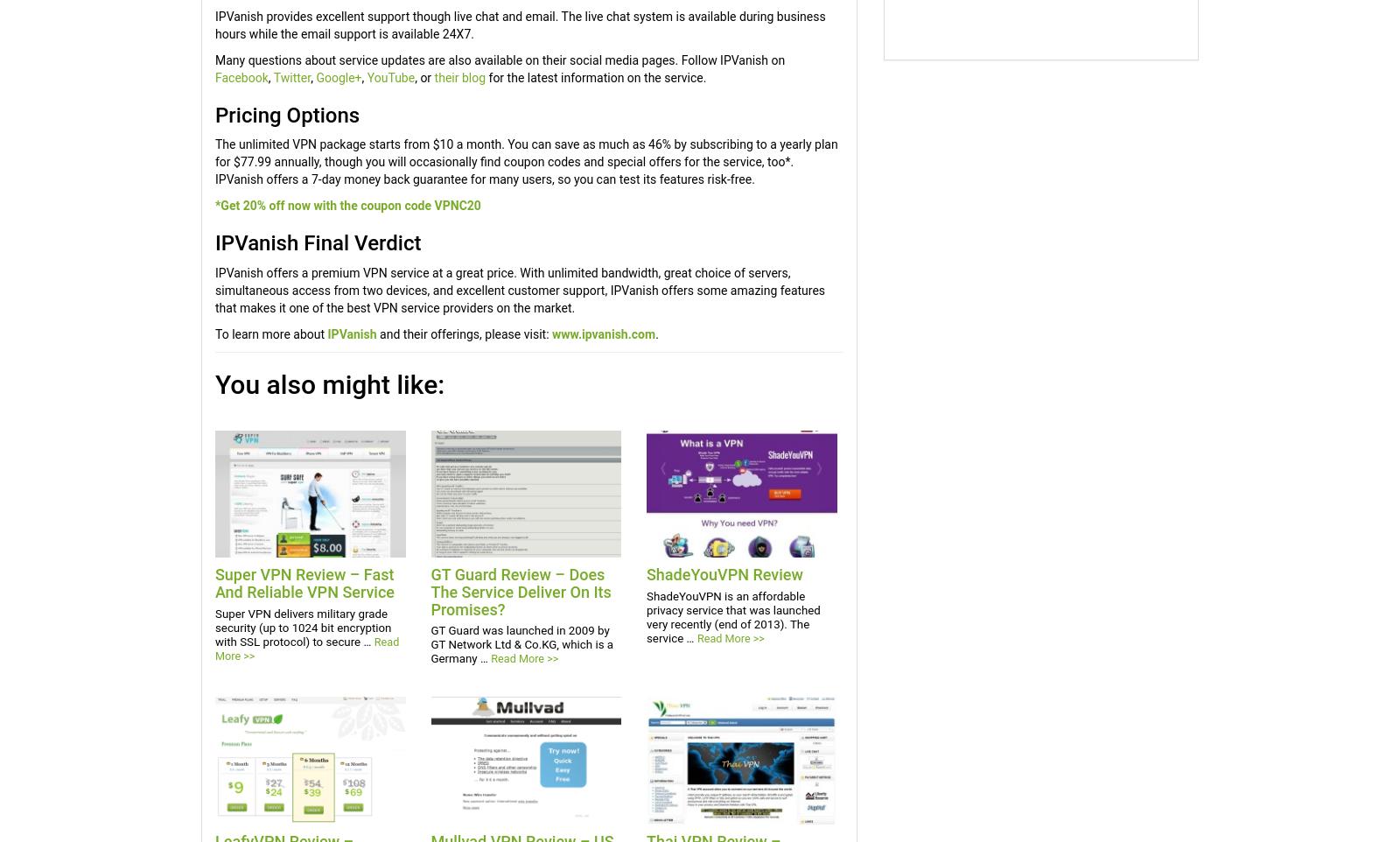 The width and height of the screenshot is (1400, 842). I want to click on 'Many questions about service updates are also available on their social media pages. Follow IPVanish on', so click(214, 60).